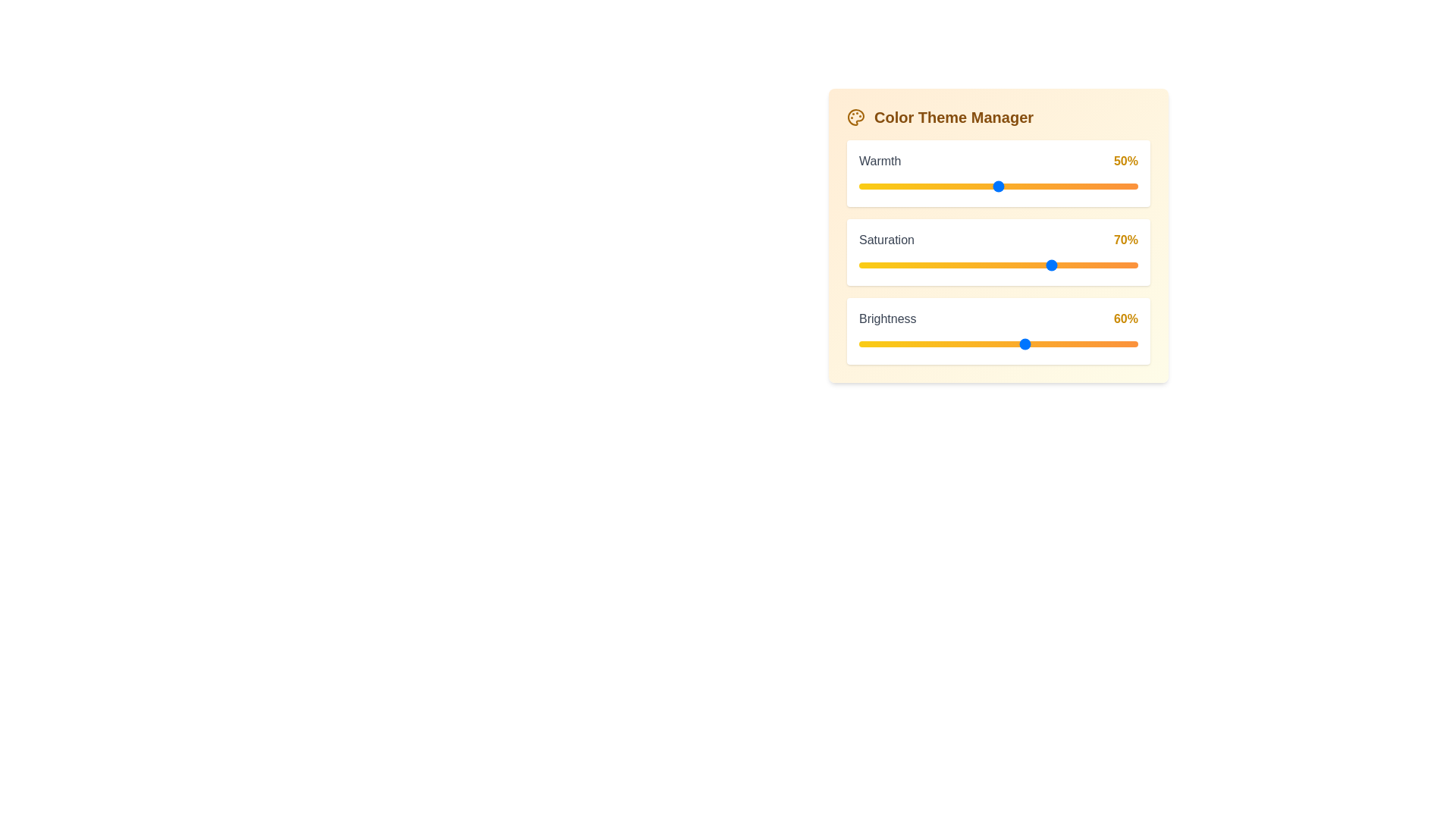 The width and height of the screenshot is (1456, 819). I want to click on the 0 slider to 55%, so click(1012, 186).